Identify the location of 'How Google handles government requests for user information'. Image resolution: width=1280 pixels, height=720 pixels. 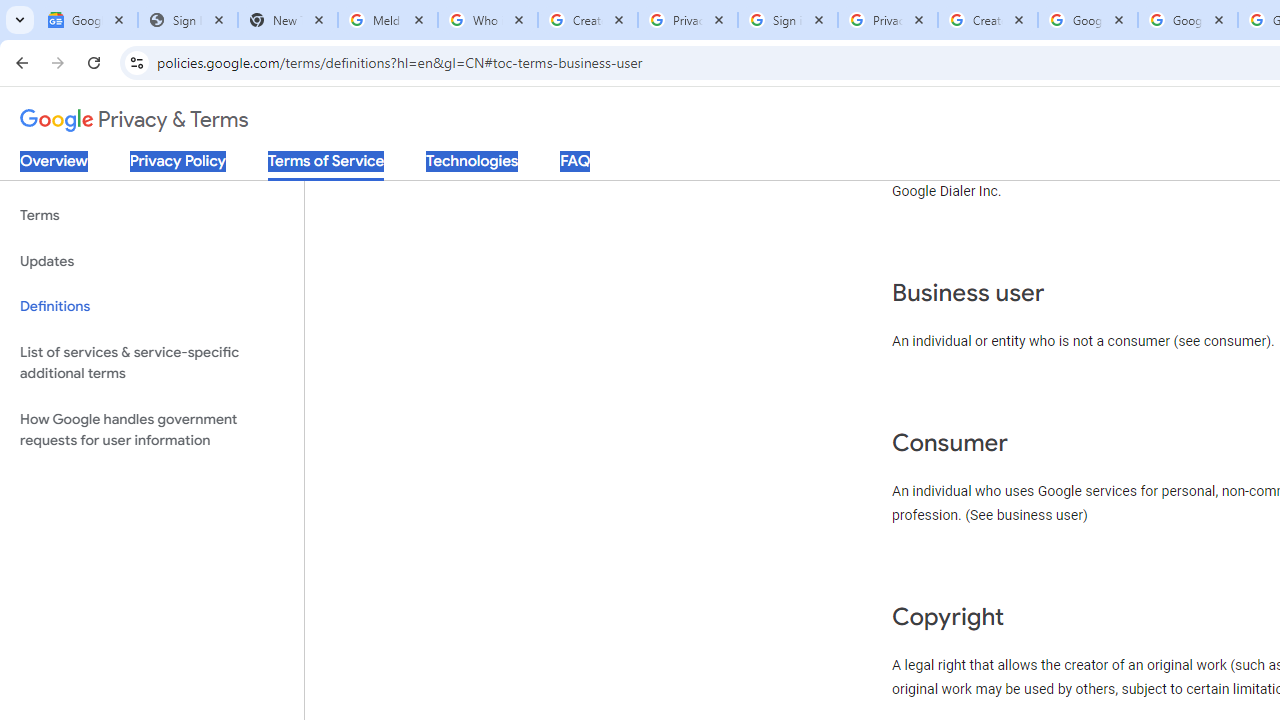
(151, 428).